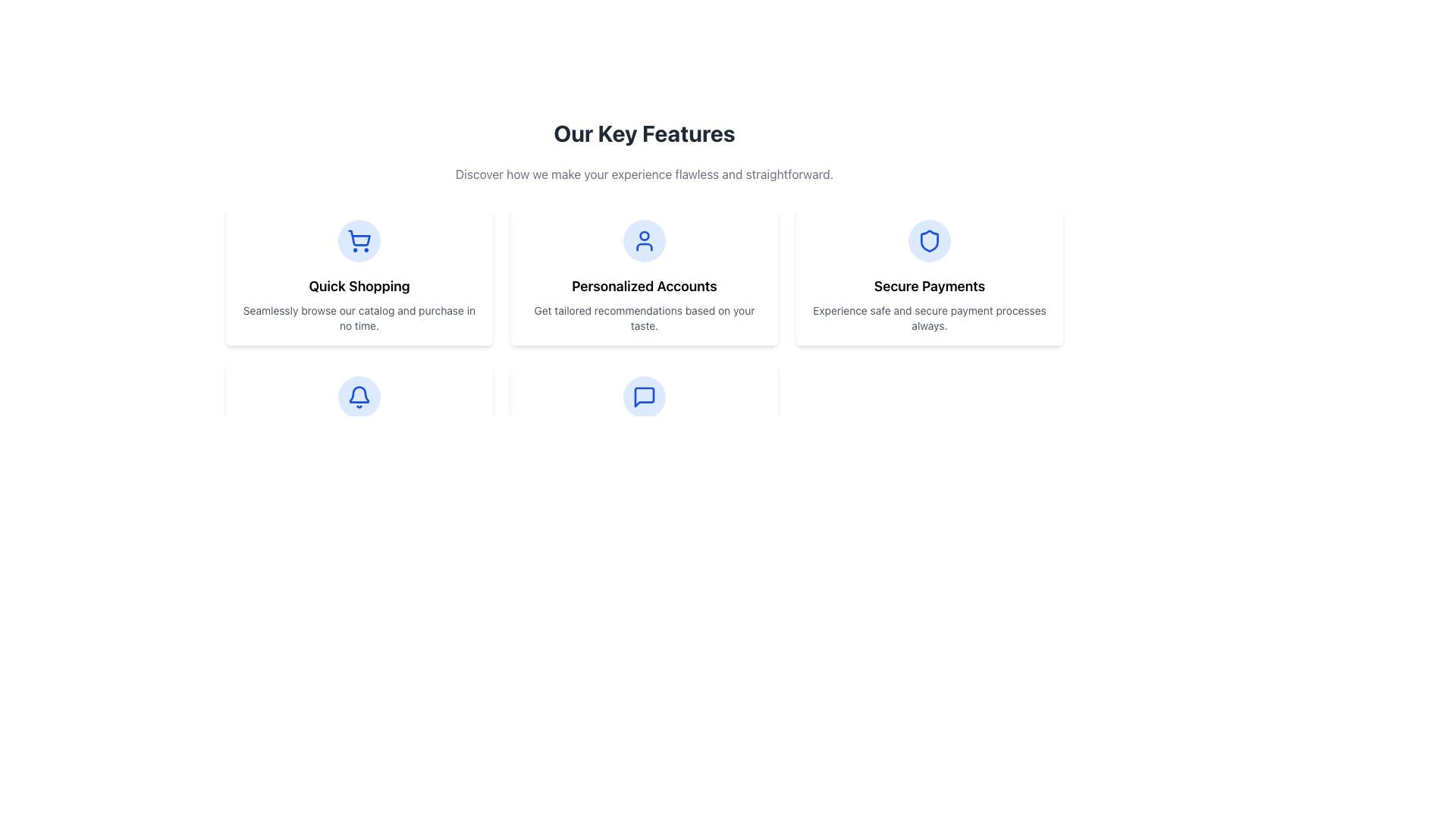 This screenshot has height=819, width=1456. What do you see at coordinates (644, 397) in the screenshot?
I see `the speech bubble icon located at the bottom center of the interface` at bounding box center [644, 397].